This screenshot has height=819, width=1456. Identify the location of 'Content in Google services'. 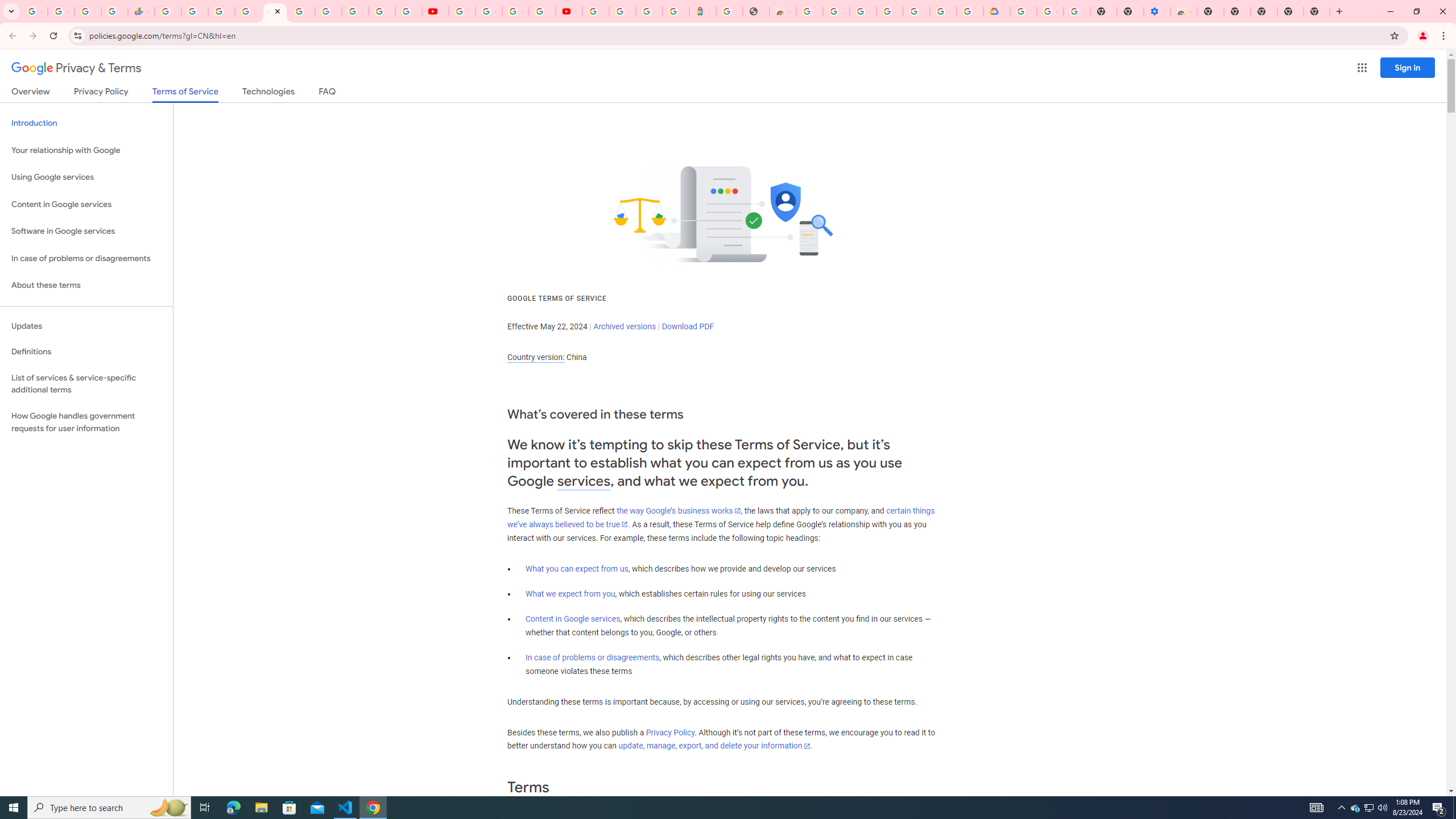
(572, 618).